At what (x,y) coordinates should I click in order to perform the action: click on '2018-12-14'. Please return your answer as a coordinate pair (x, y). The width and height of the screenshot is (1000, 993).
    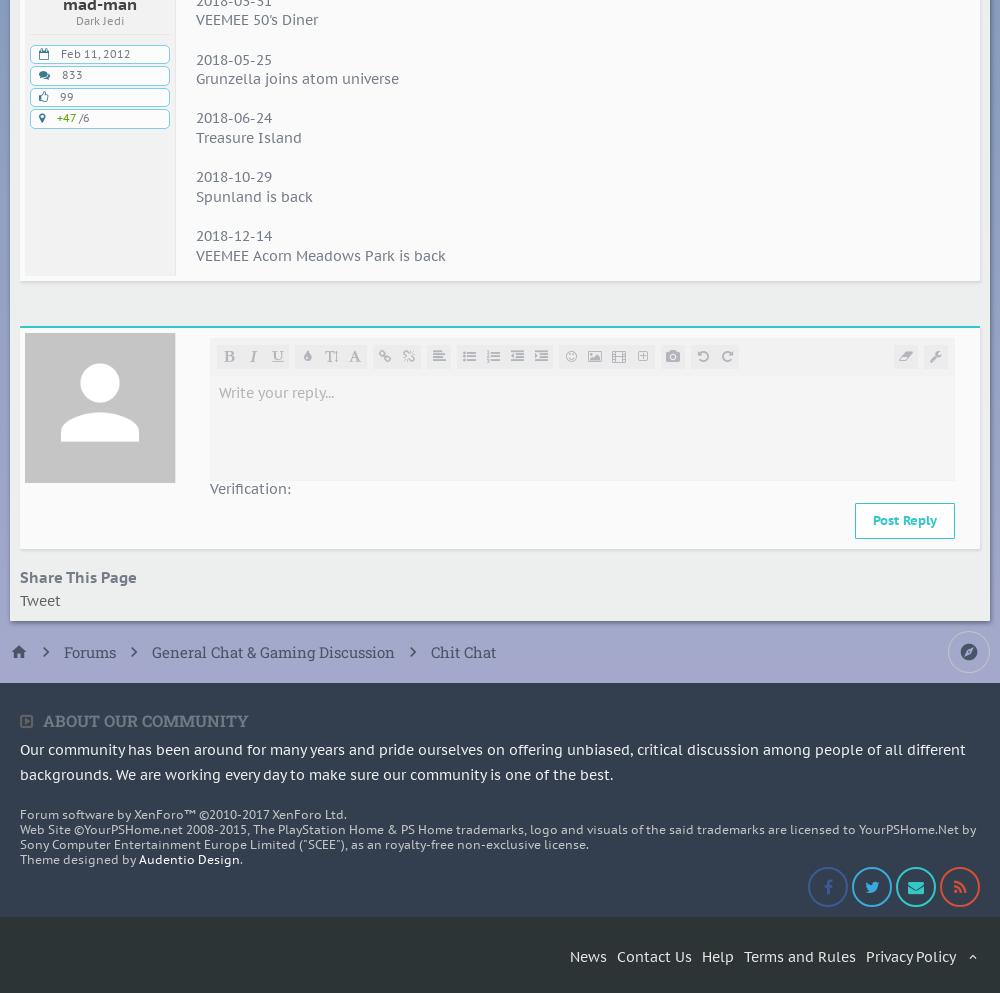
    Looking at the image, I should click on (195, 235).